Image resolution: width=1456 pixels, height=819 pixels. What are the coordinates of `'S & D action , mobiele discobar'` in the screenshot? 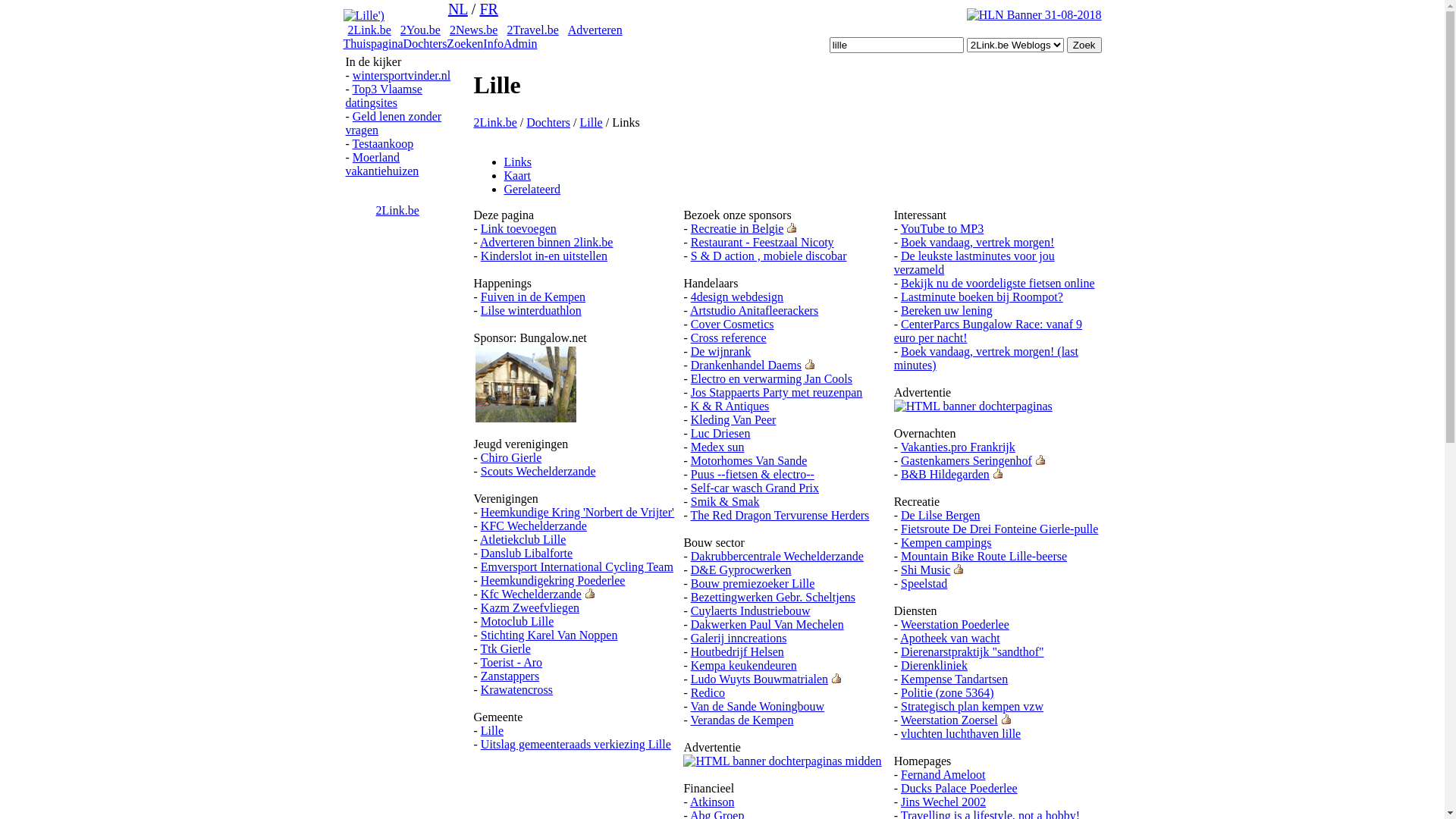 It's located at (768, 255).